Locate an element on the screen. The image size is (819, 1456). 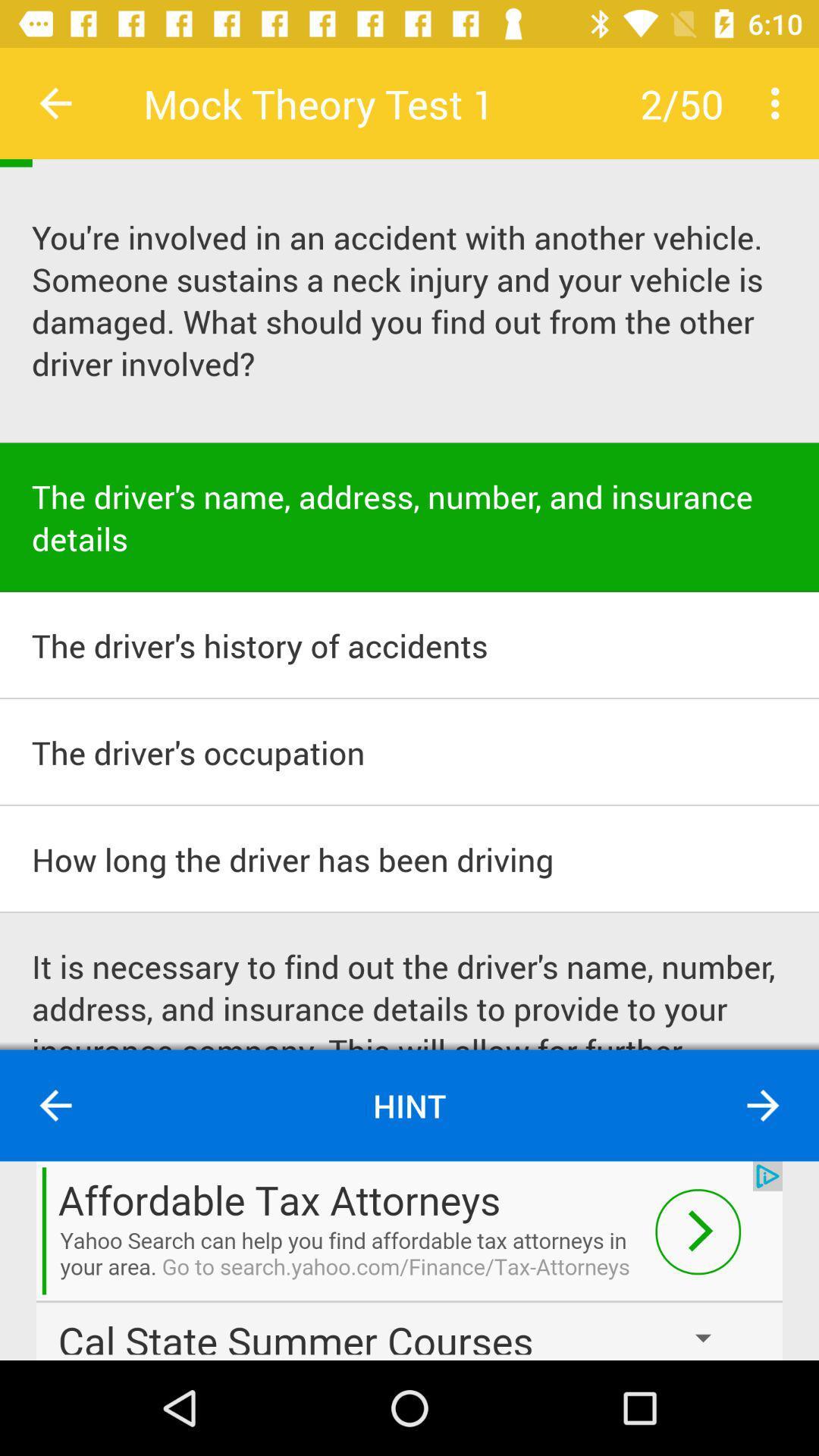
the advertisement is located at coordinates (409, 1260).